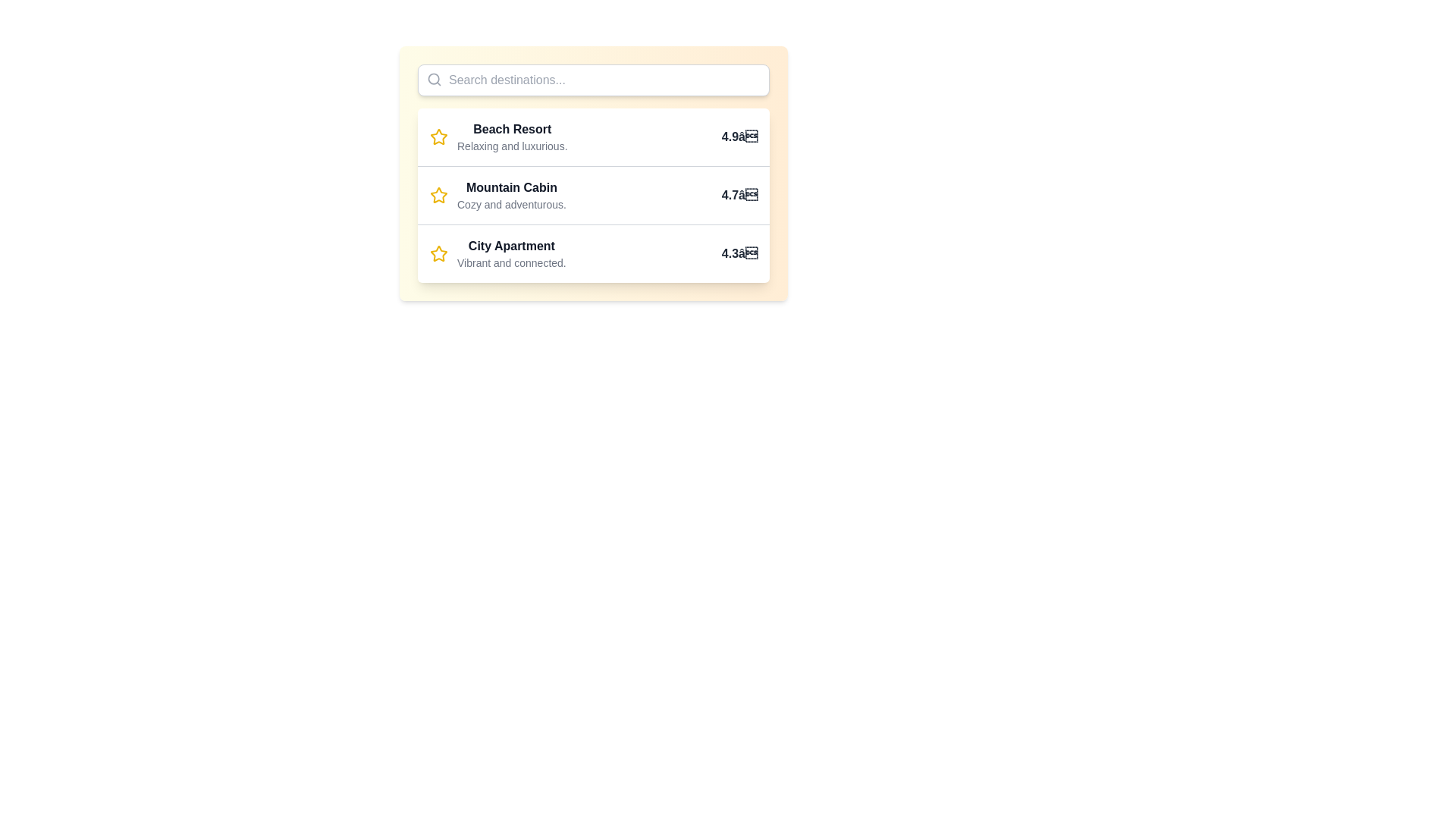 This screenshot has width=1456, height=819. What do you see at coordinates (438, 253) in the screenshot?
I see `the star-shaped icon with a yellow outline located next to the title 'City Apartment' in the third list item card for an interaction` at bounding box center [438, 253].